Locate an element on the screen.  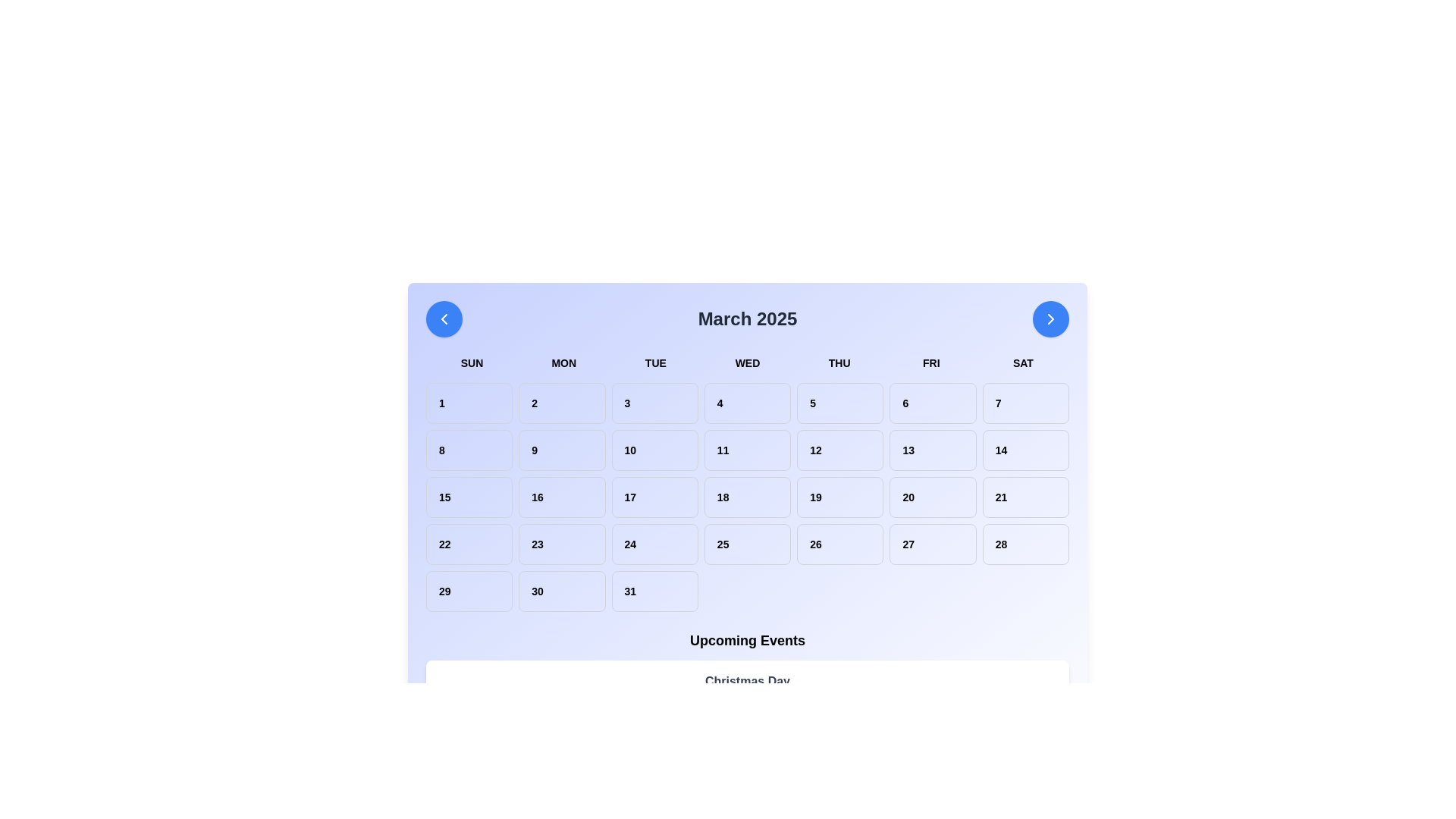
the button displaying the number '27' in the calendar grid is located at coordinates (932, 543).